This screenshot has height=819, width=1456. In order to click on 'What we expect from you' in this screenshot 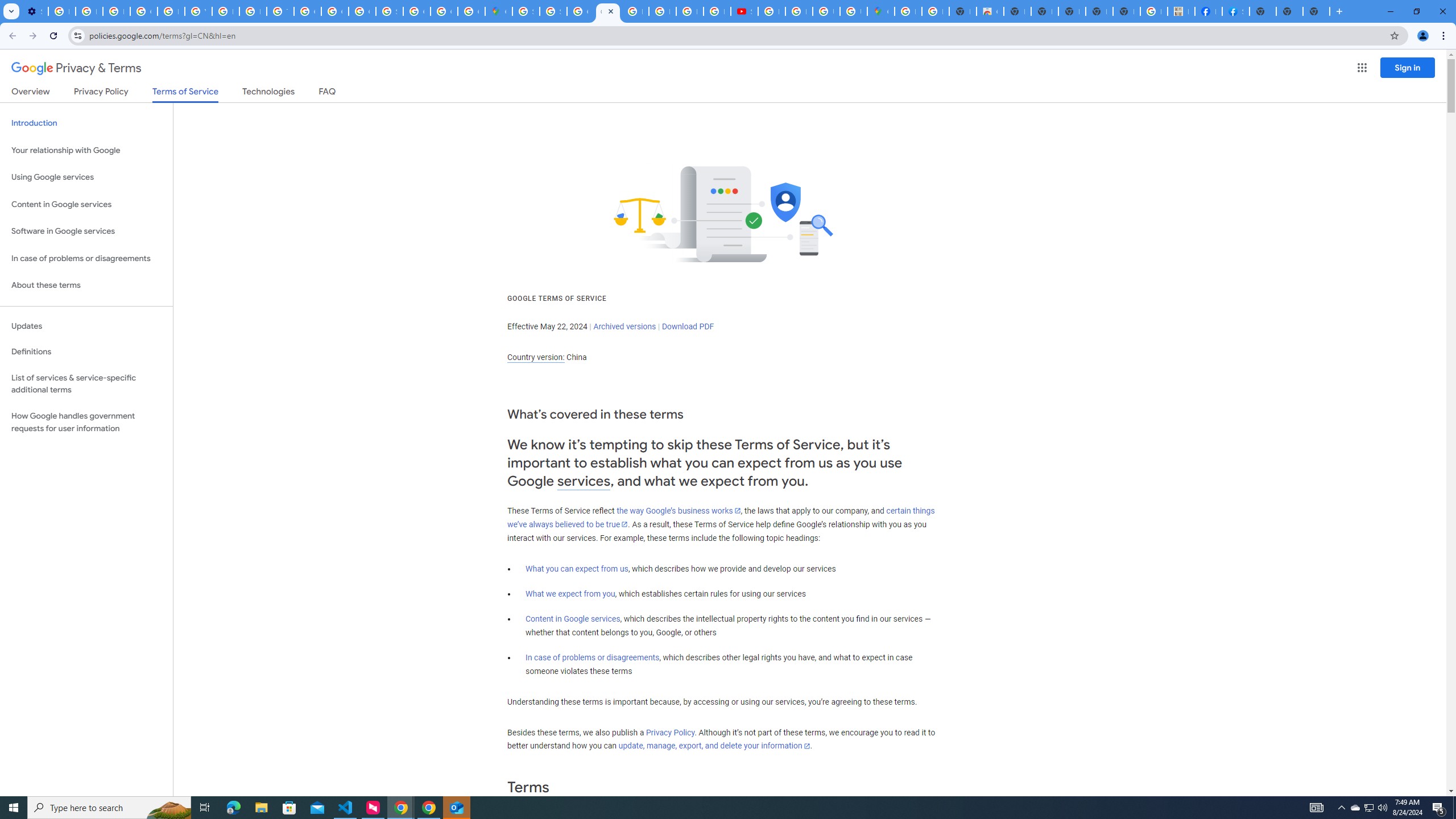, I will do `click(570, 593)`.